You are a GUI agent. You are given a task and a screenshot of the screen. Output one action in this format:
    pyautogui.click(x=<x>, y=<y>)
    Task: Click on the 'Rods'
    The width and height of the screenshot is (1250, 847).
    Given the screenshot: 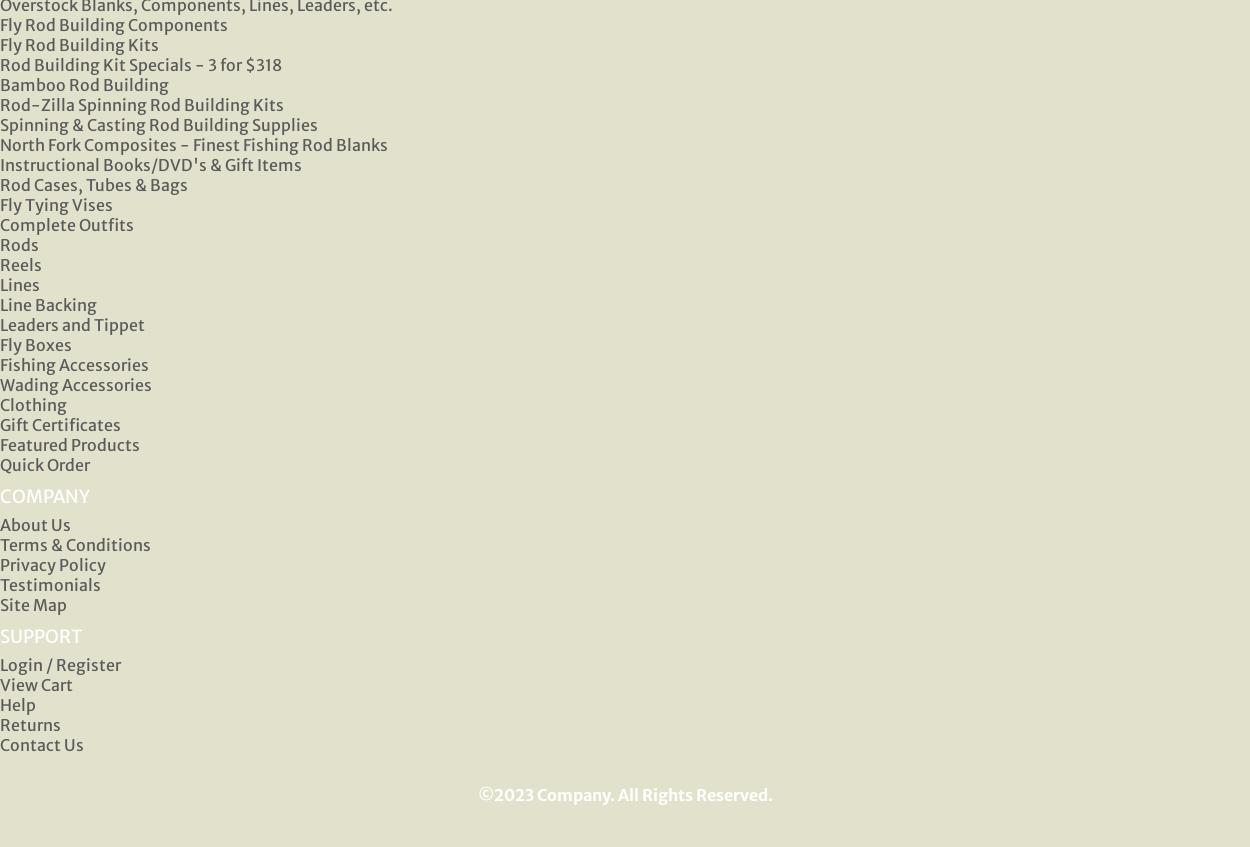 What is the action you would take?
    pyautogui.click(x=0, y=244)
    